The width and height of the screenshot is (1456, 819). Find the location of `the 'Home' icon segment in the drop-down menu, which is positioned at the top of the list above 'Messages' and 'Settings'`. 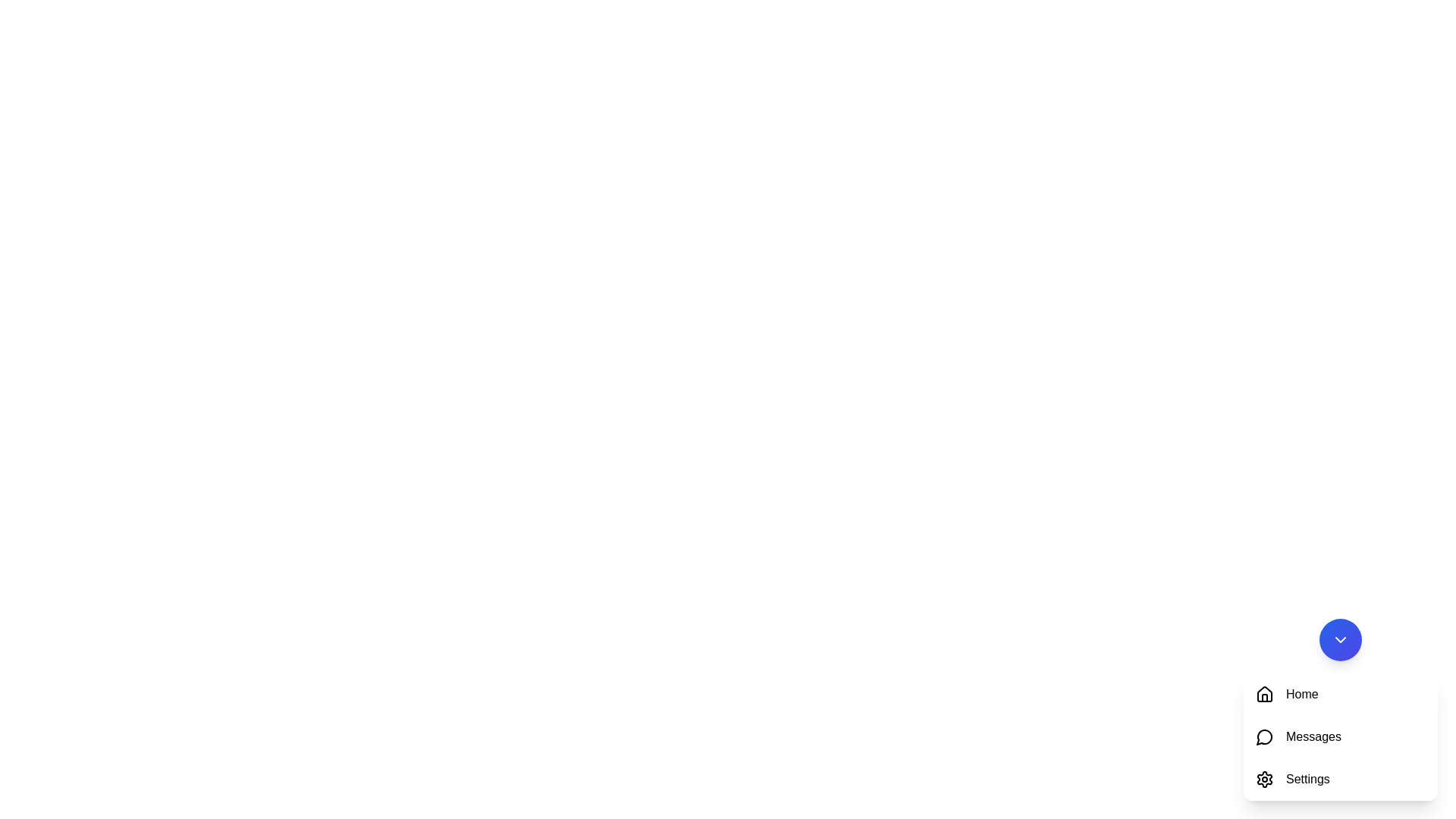

the 'Home' icon segment in the drop-down menu, which is positioned at the top of the list above 'Messages' and 'Settings' is located at coordinates (1265, 698).